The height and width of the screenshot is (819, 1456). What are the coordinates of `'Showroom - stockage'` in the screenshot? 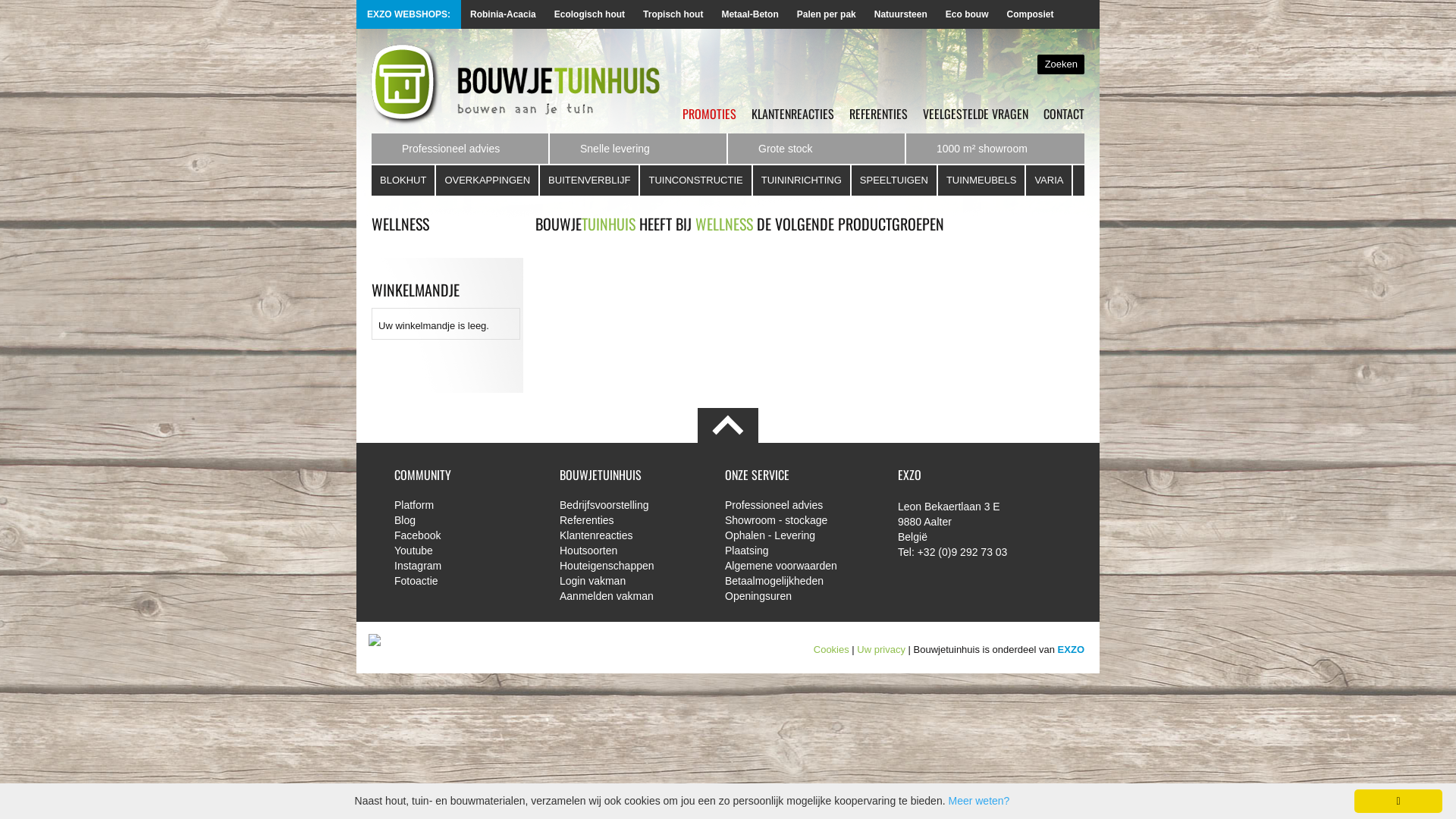 It's located at (795, 519).